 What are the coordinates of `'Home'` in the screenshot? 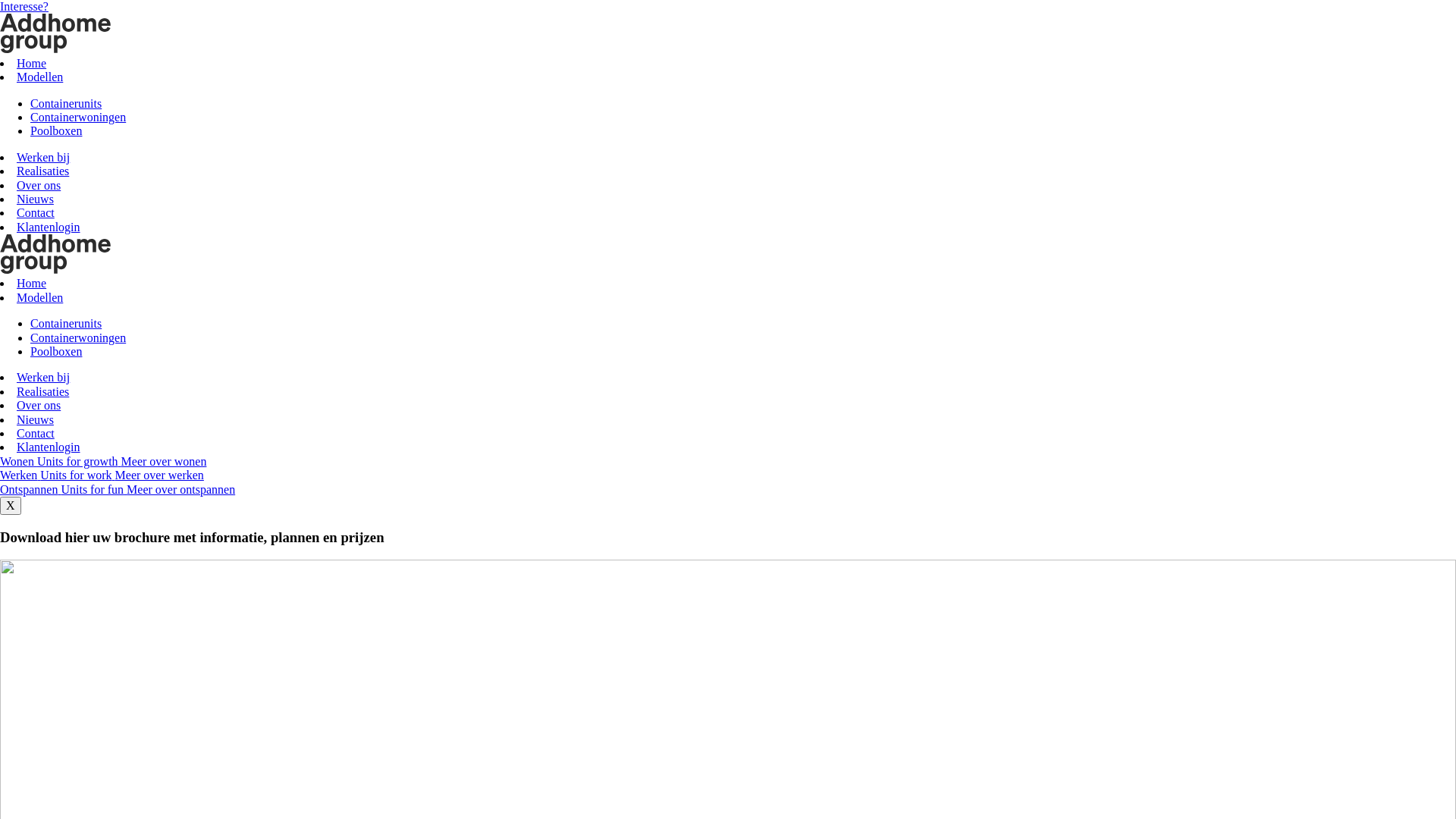 It's located at (31, 62).